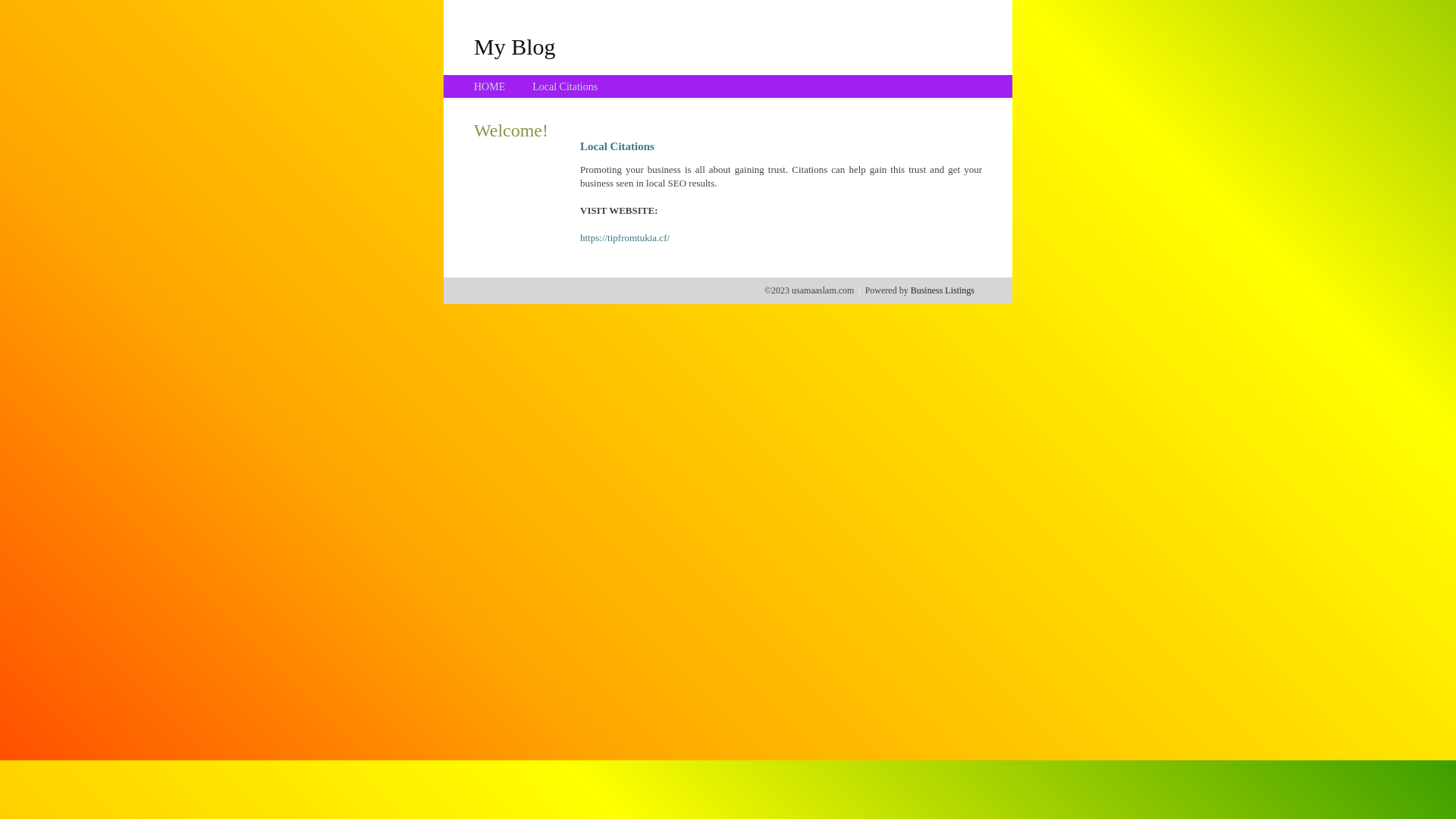 The width and height of the screenshot is (1456, 819). Describe the element at coordinates (532, 86) in the screenshot. I see `'Local Citations'` at that location.